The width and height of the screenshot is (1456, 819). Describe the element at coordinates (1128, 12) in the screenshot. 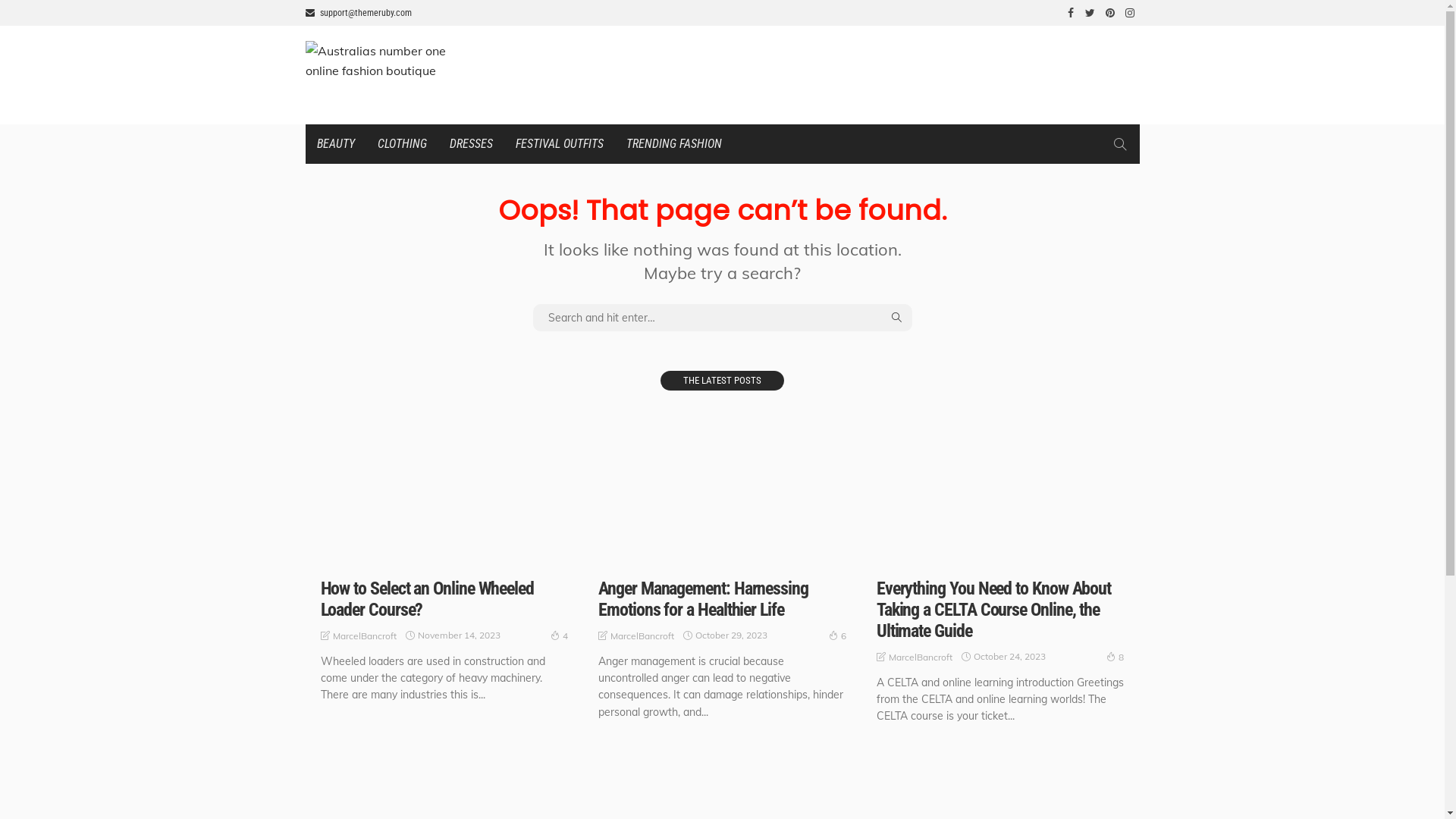

I see `'instagram'` at that location.